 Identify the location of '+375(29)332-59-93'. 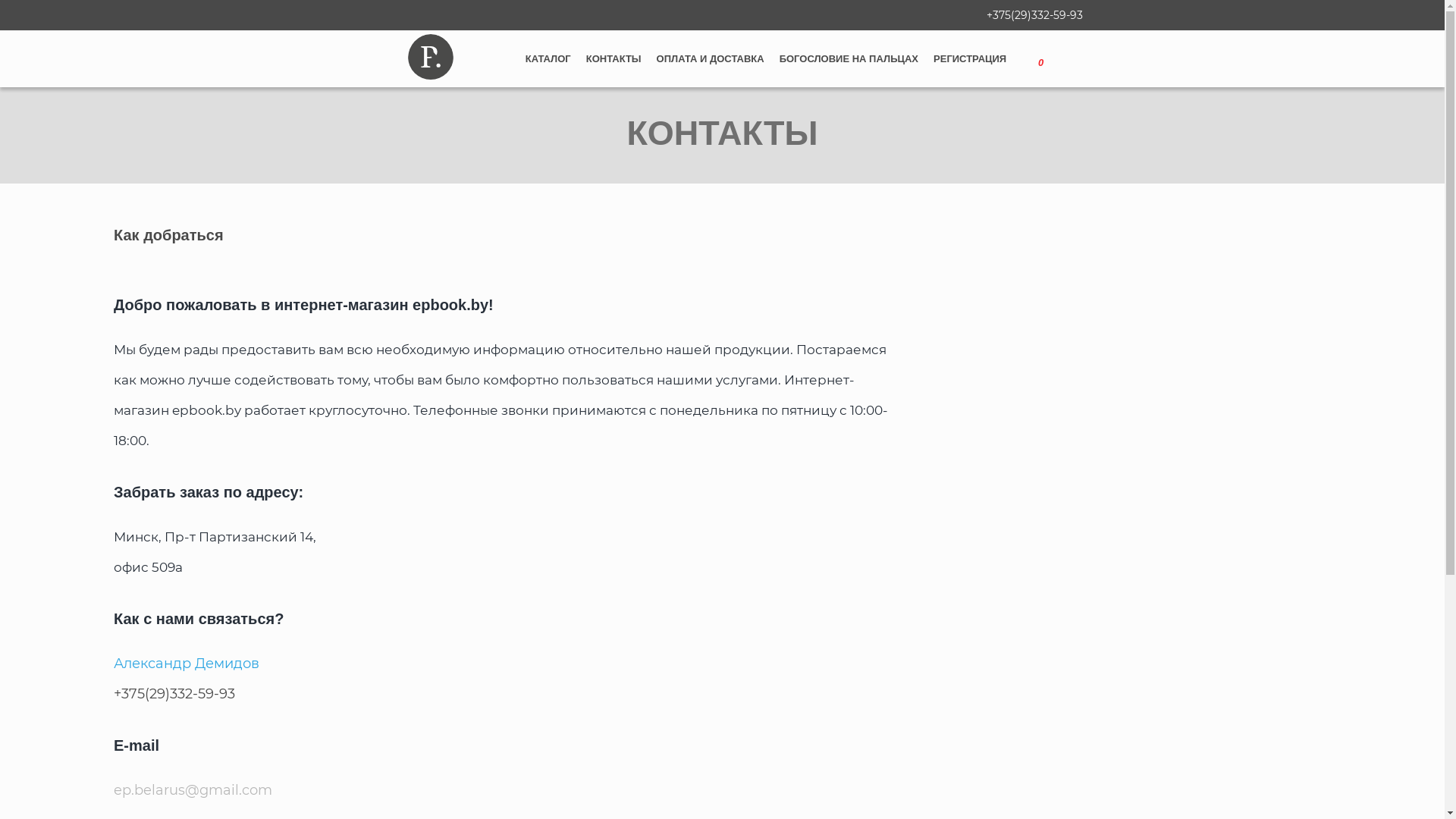
(1033, 14).